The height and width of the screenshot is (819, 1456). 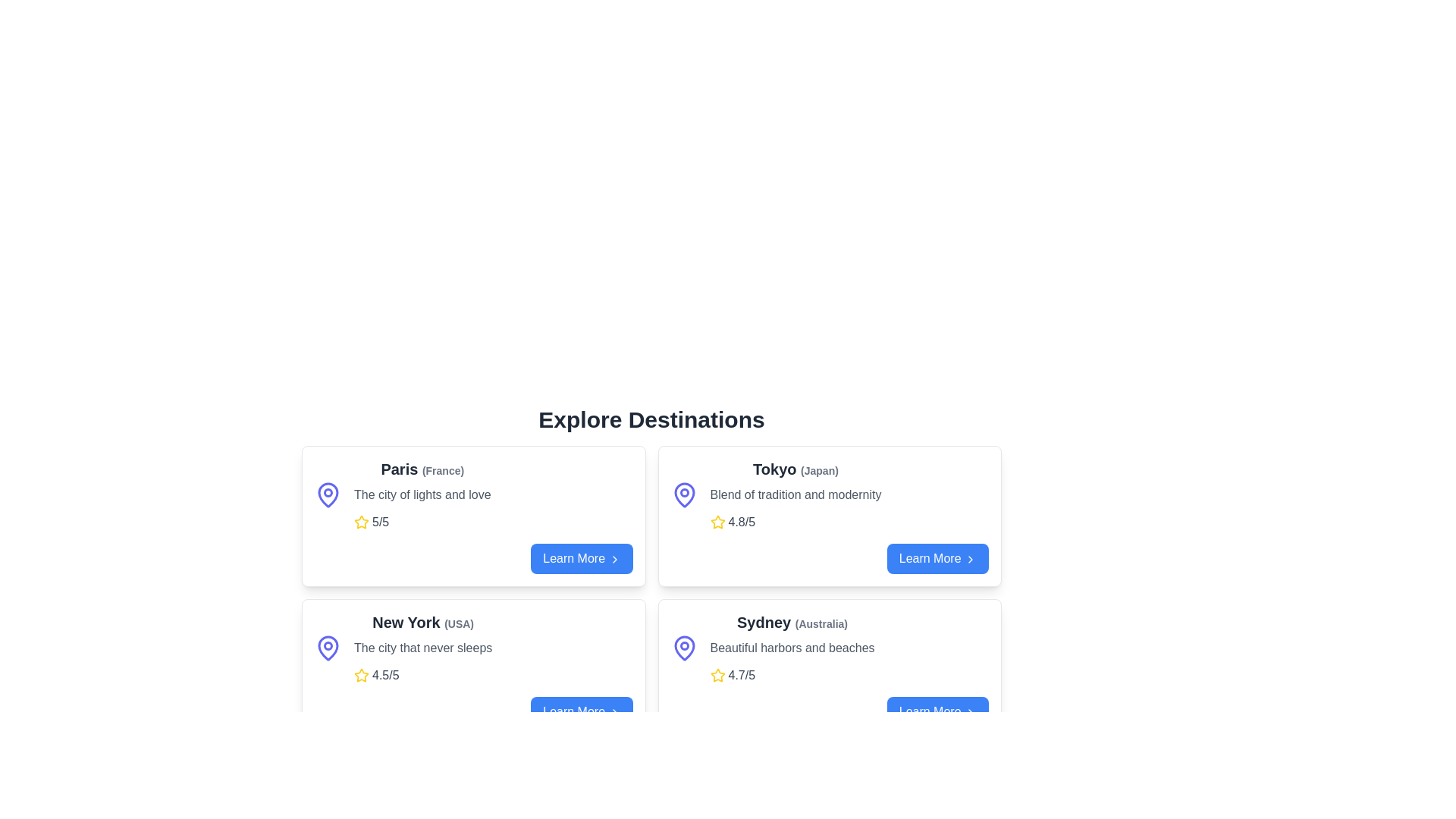 I want to click on the yellow star icon with a hollow center located next to the rating text '4.8/5' inside the card for 'Tokyo (Japan)' in the 'Explore Destinations' section, so click(x=717, y=521).